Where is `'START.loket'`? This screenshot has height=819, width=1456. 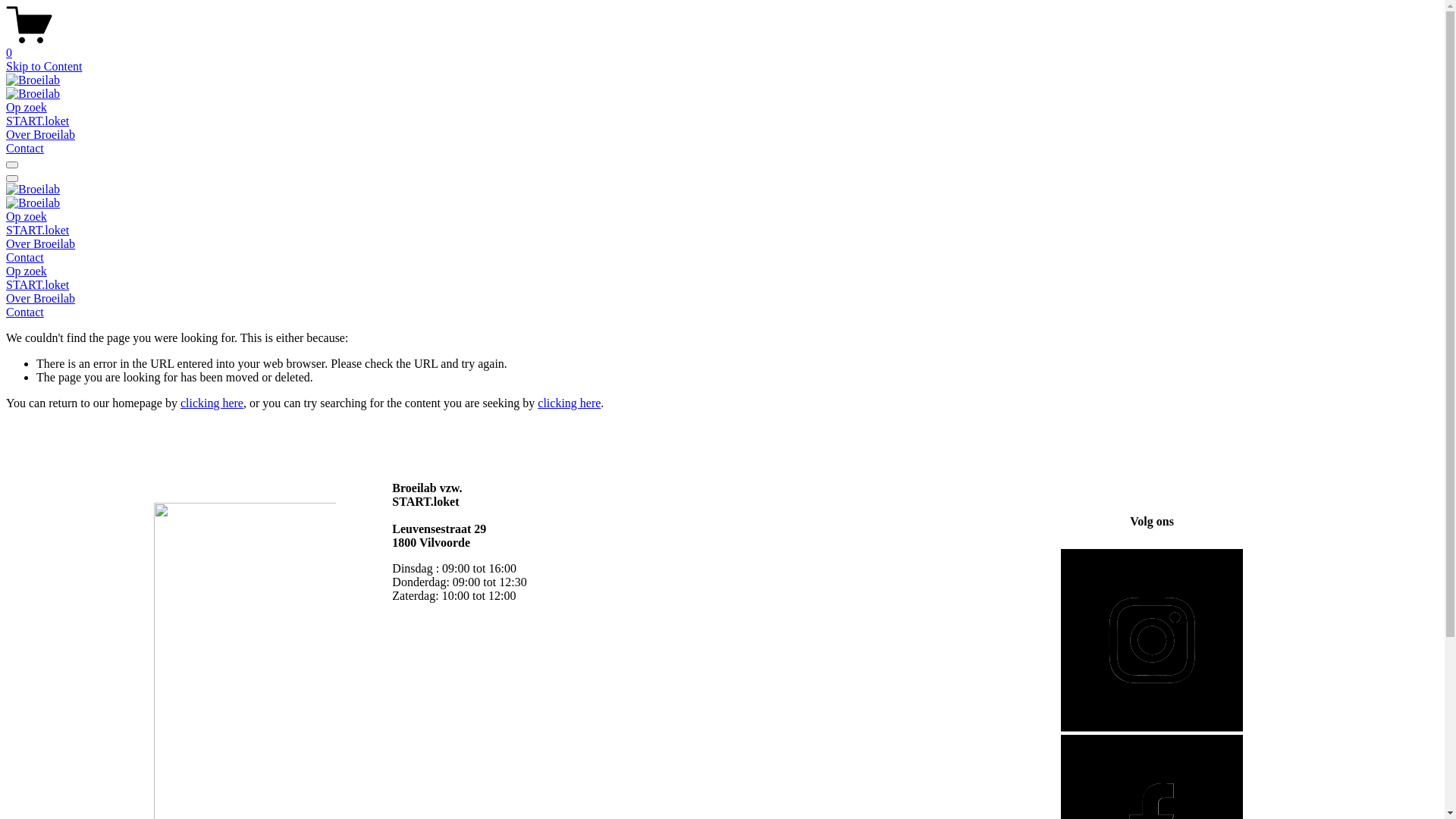 'START.loket' is located at coordinates (37, 120).